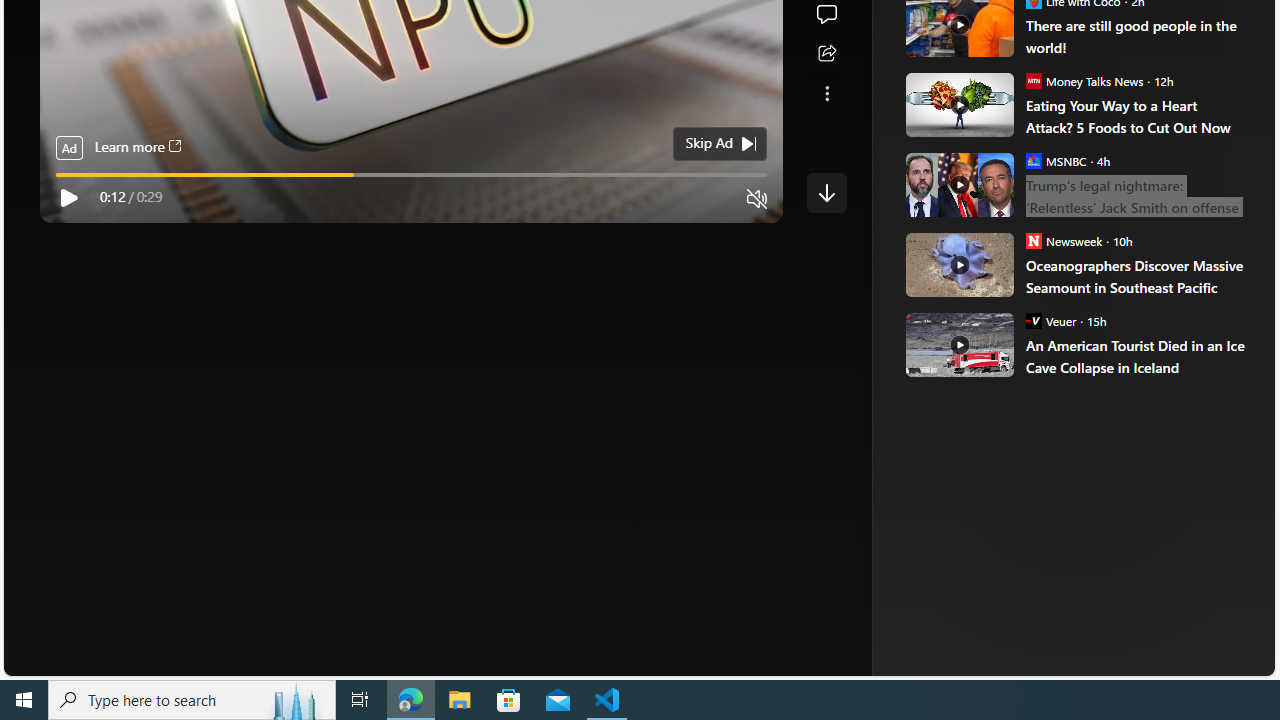 This screenshot has height=720, width=1280. I want to click on 'video progress bar', so click(410, 174).